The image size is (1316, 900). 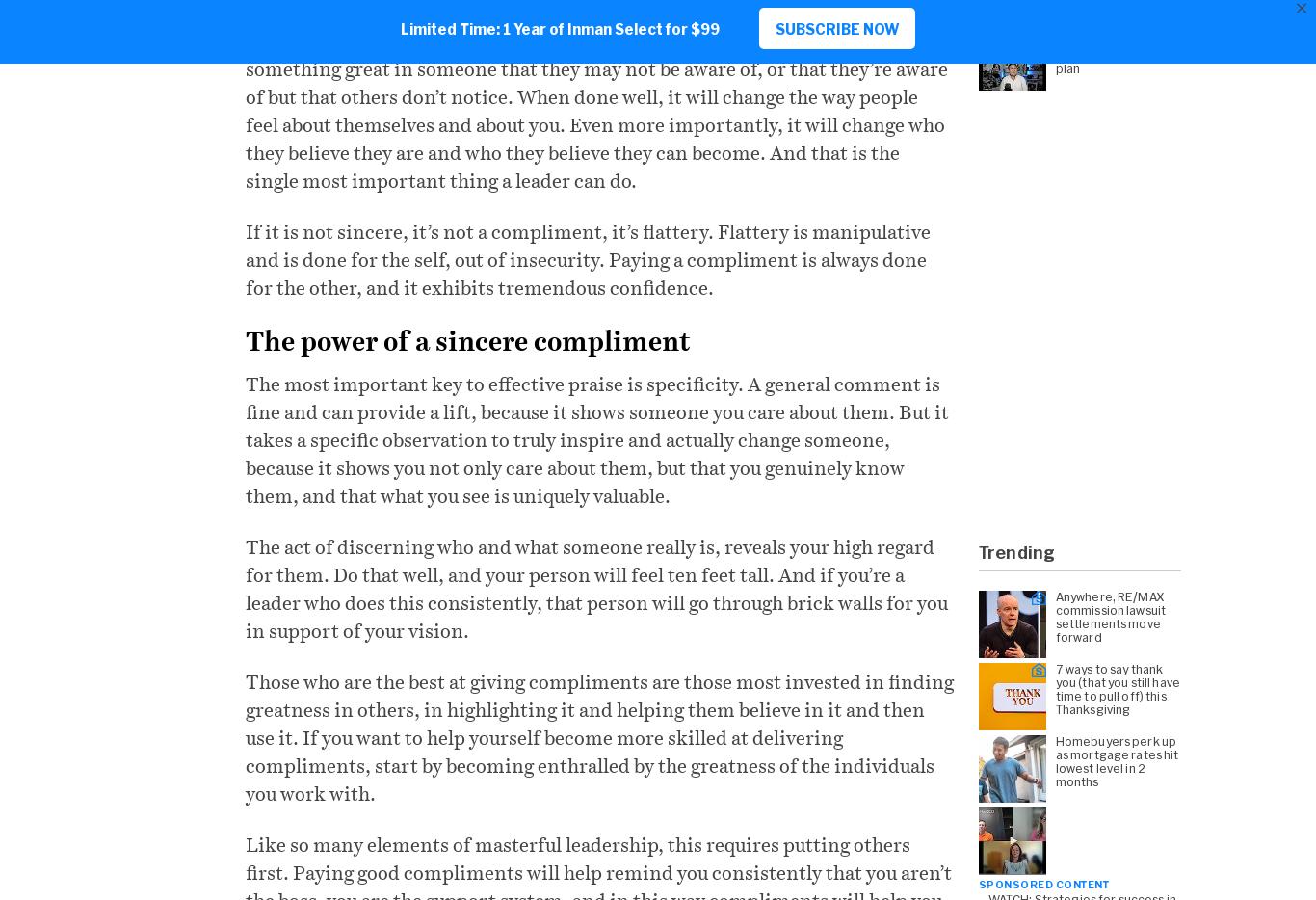 I want to click on 'Homebuyers perk up as mortgage rates hit lowest level in 2 months', so click(x=1117, y=759).